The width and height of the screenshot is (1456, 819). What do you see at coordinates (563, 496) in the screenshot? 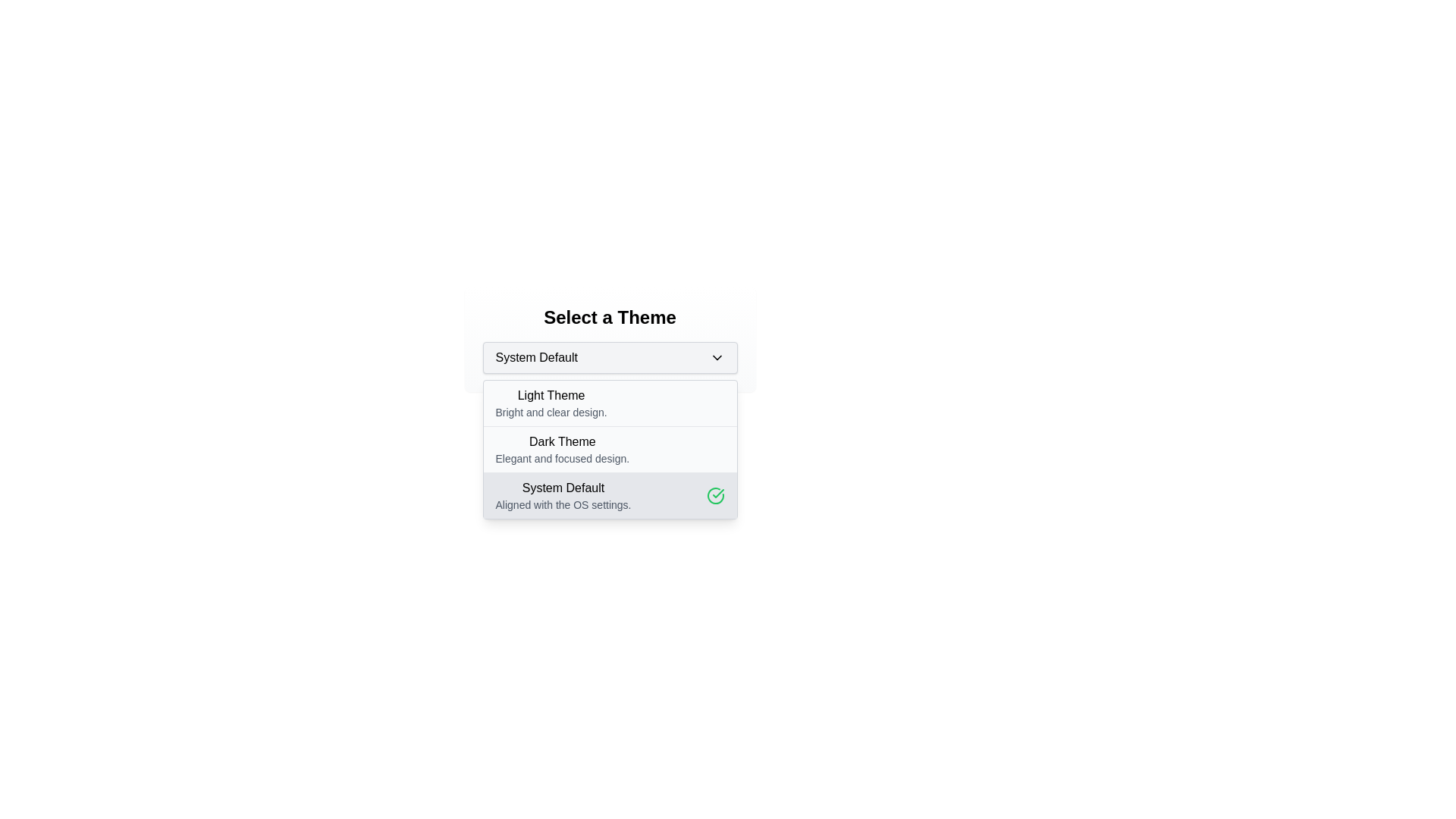
I see `the 'System Default' dropdown option within the 'Select a Theme' dropdown menu` at bounding box center [563, 496].